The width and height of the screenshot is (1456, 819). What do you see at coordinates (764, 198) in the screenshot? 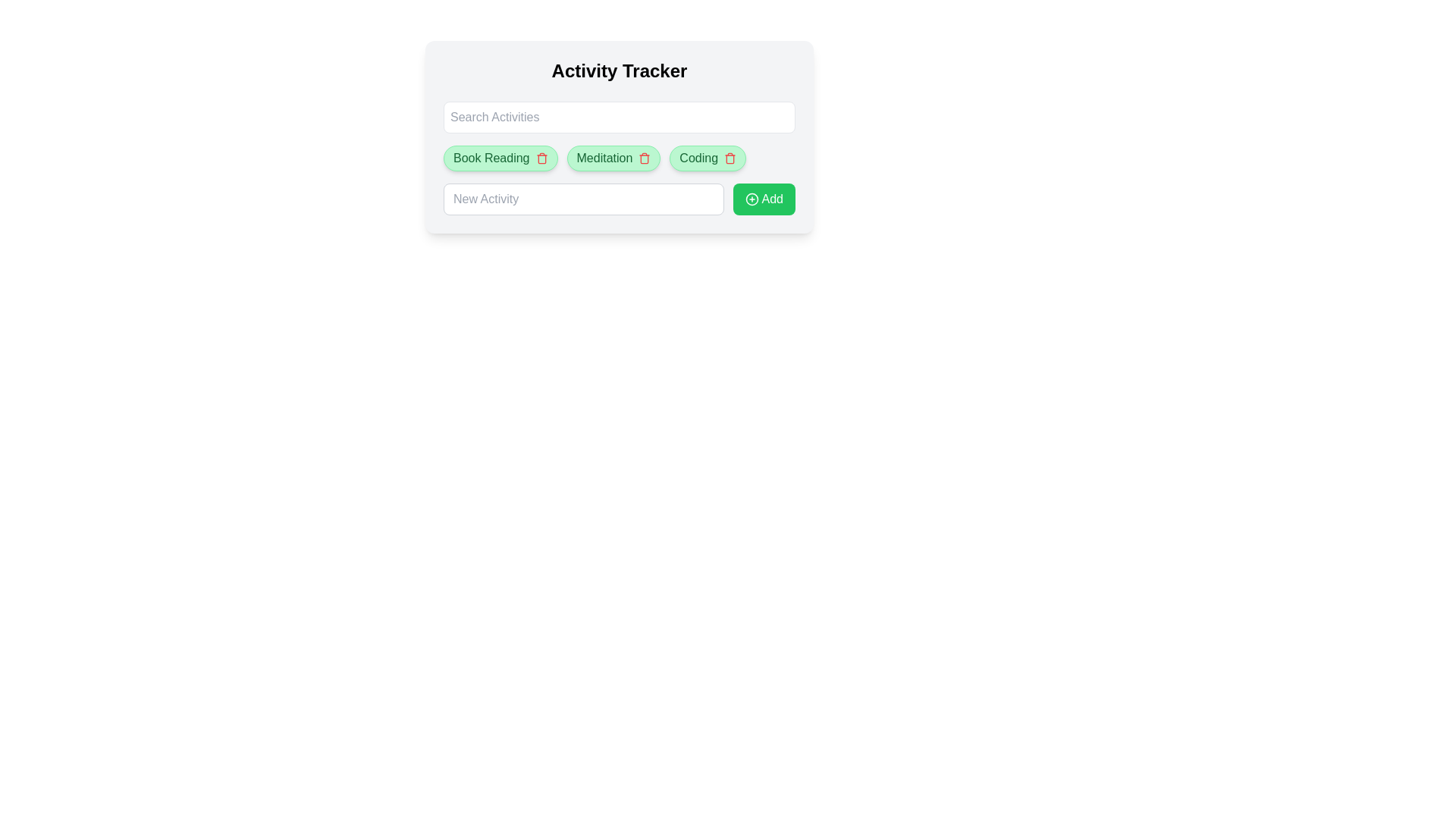
I see `the button that allows users to add a new activity, located at the right end of the horizontal bar, to observe the hover effect` at bounding box center [764, 198].